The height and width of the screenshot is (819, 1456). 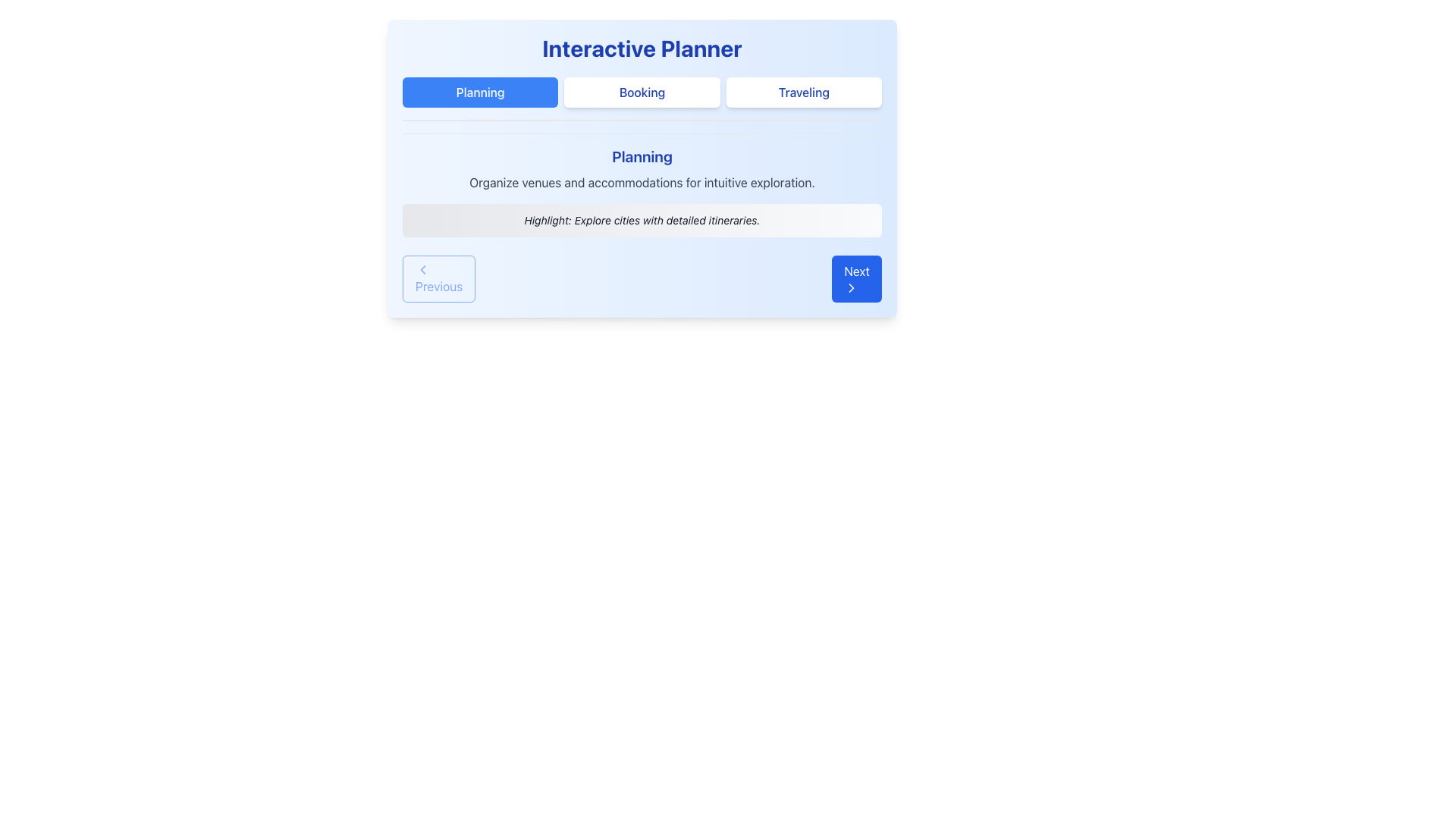 I want to click on bold, large text label 'Interactive Planner' at the top-center of the light blue card interface, so click(x=642, y=48).